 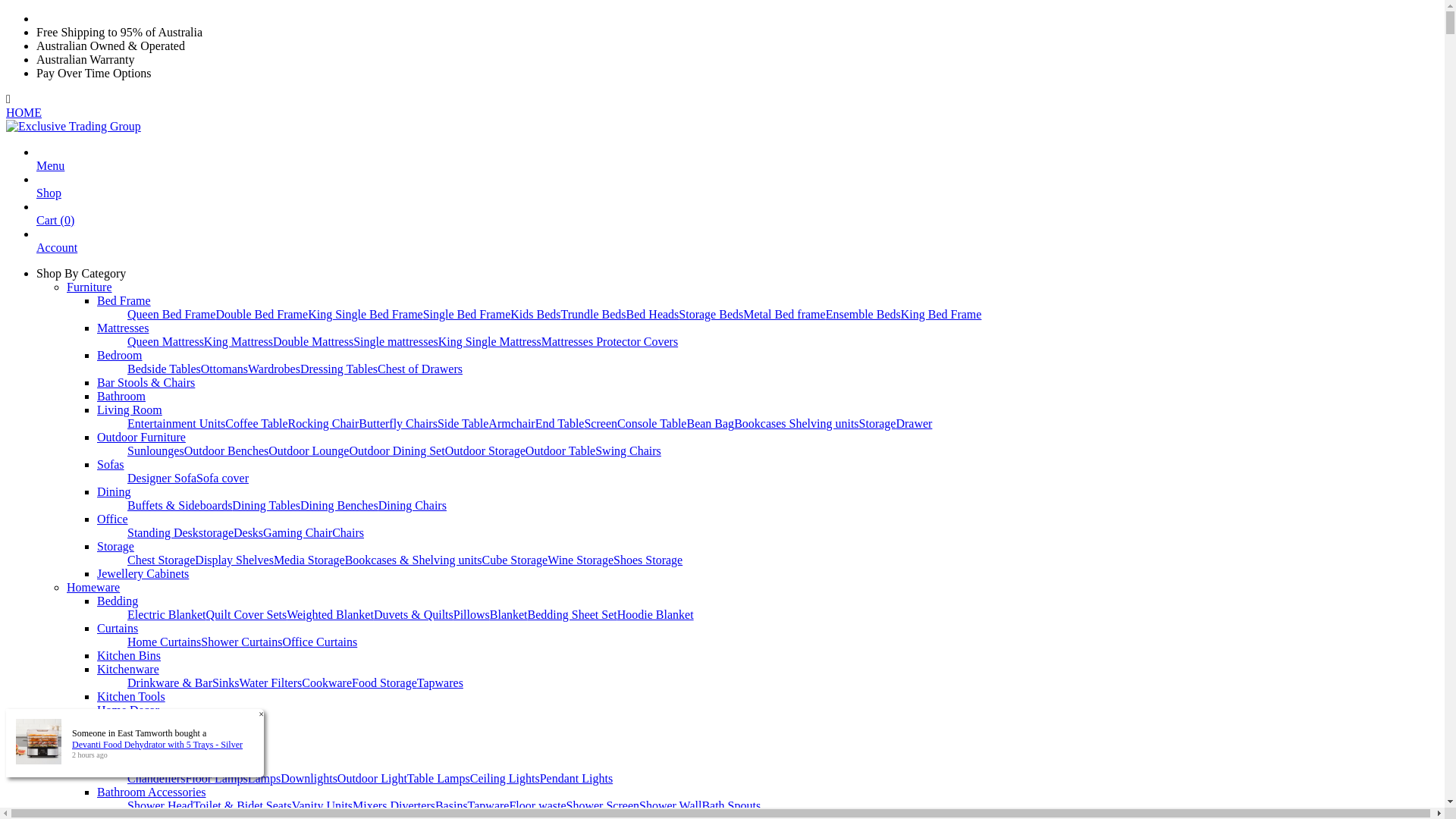 I want to click on 'Hoodie Blanket', so click(x=655, y=614).